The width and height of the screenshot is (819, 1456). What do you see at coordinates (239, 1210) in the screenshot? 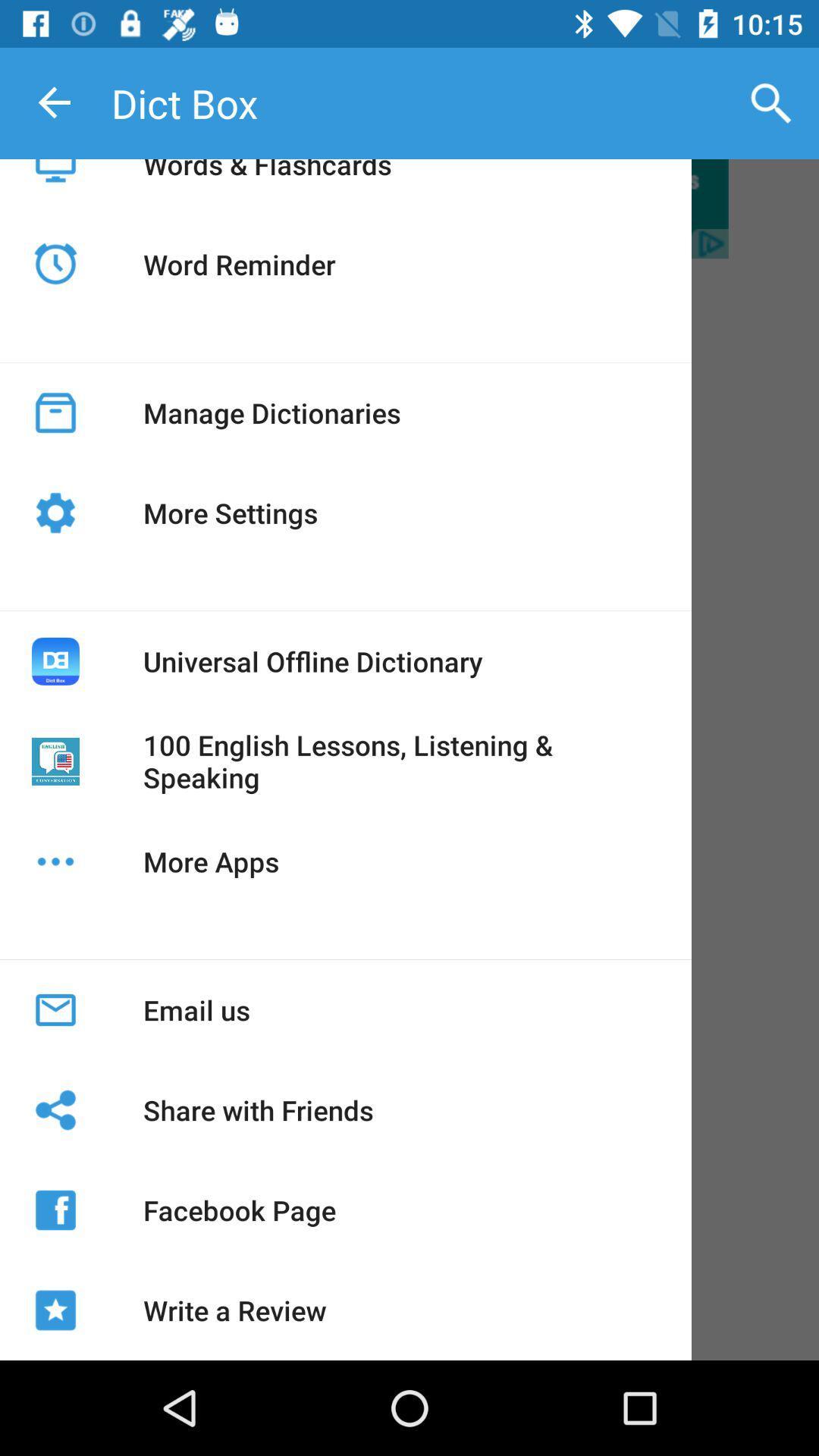
I see `facebook page item` at bounding box center [239, 1210].